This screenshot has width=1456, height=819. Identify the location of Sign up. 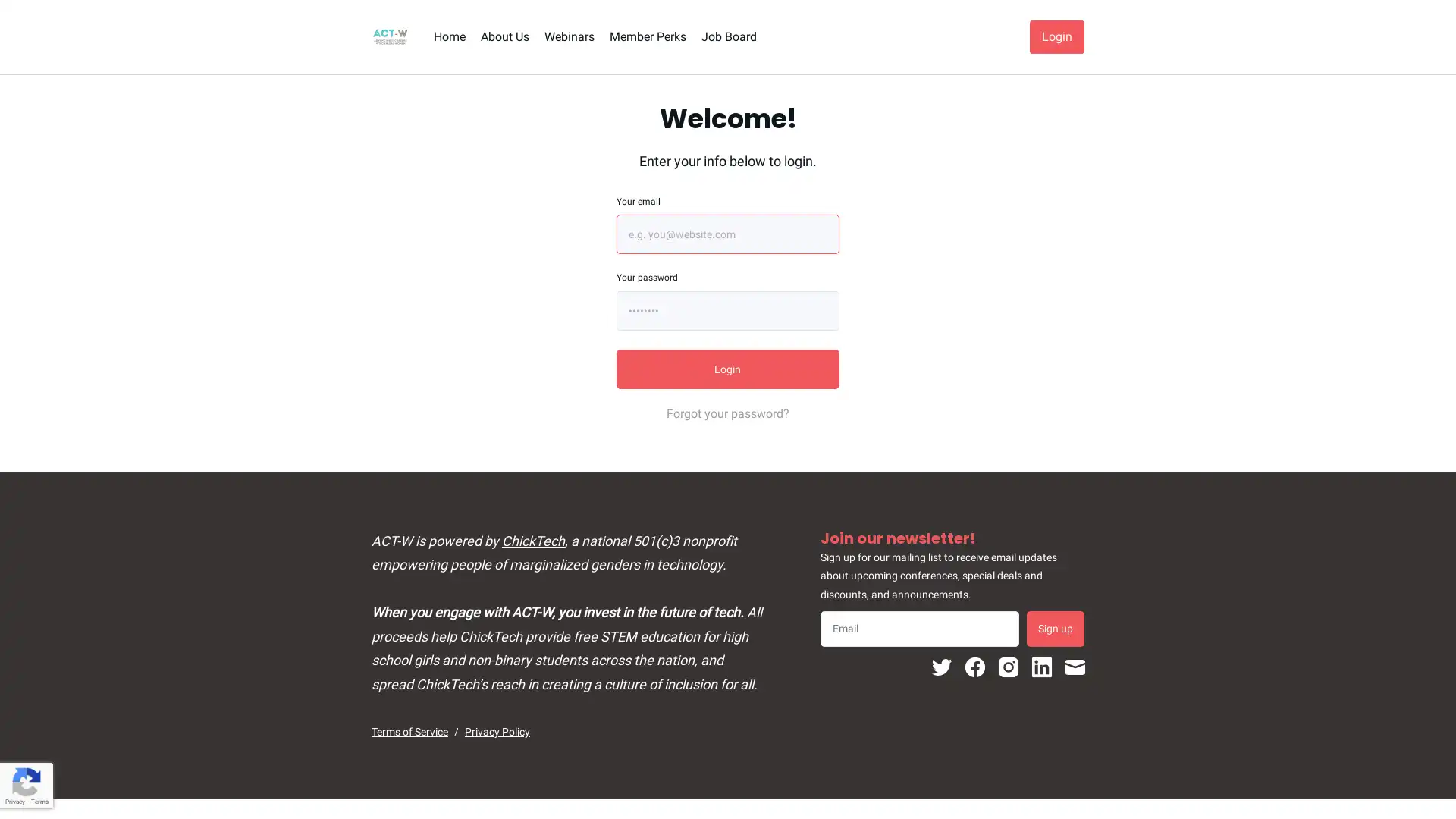
(1055, 629).